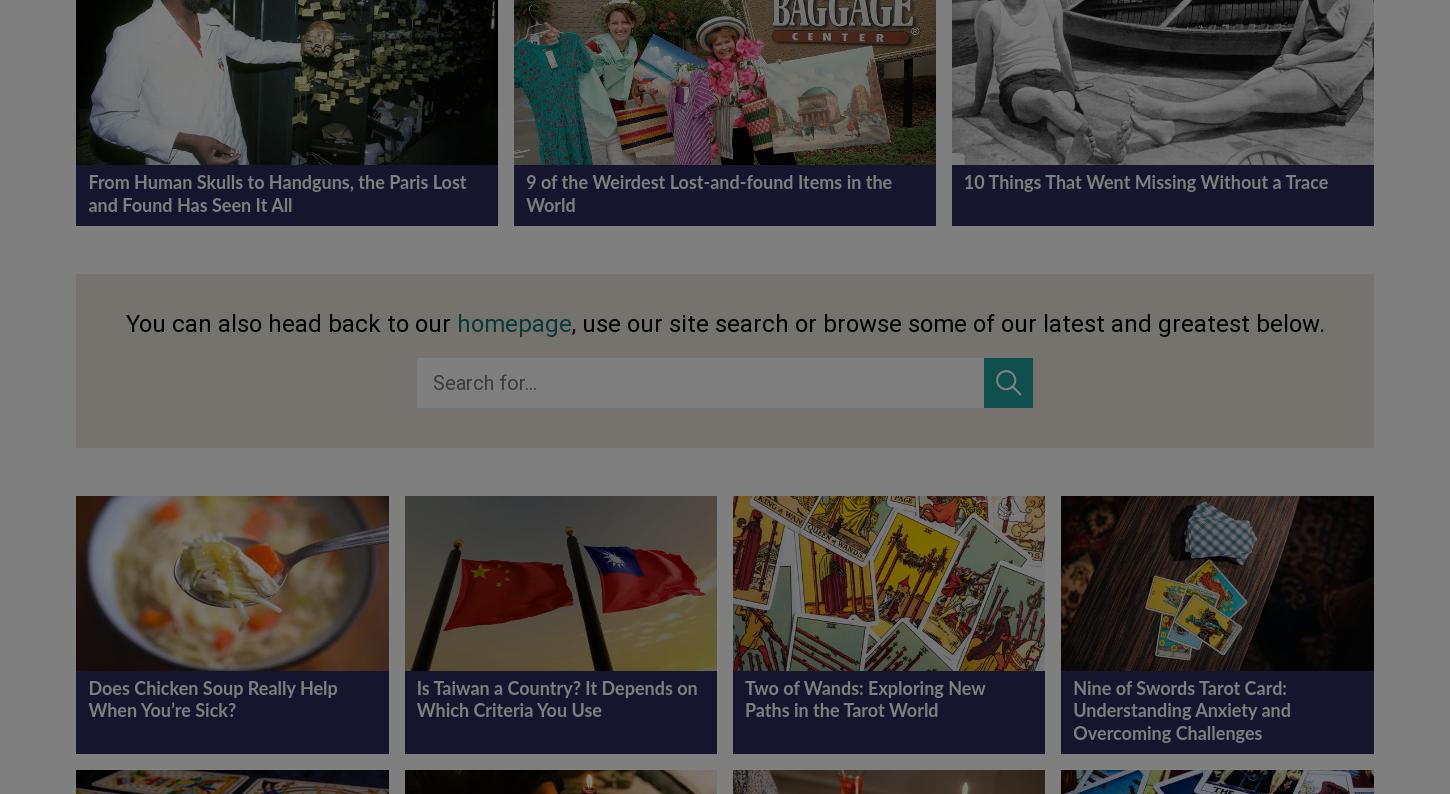 The height and width of the screenshot is (794, 1450). Describe the element at coordinates (513, 323) in the screenshot. I see `'homepage'` at that location.